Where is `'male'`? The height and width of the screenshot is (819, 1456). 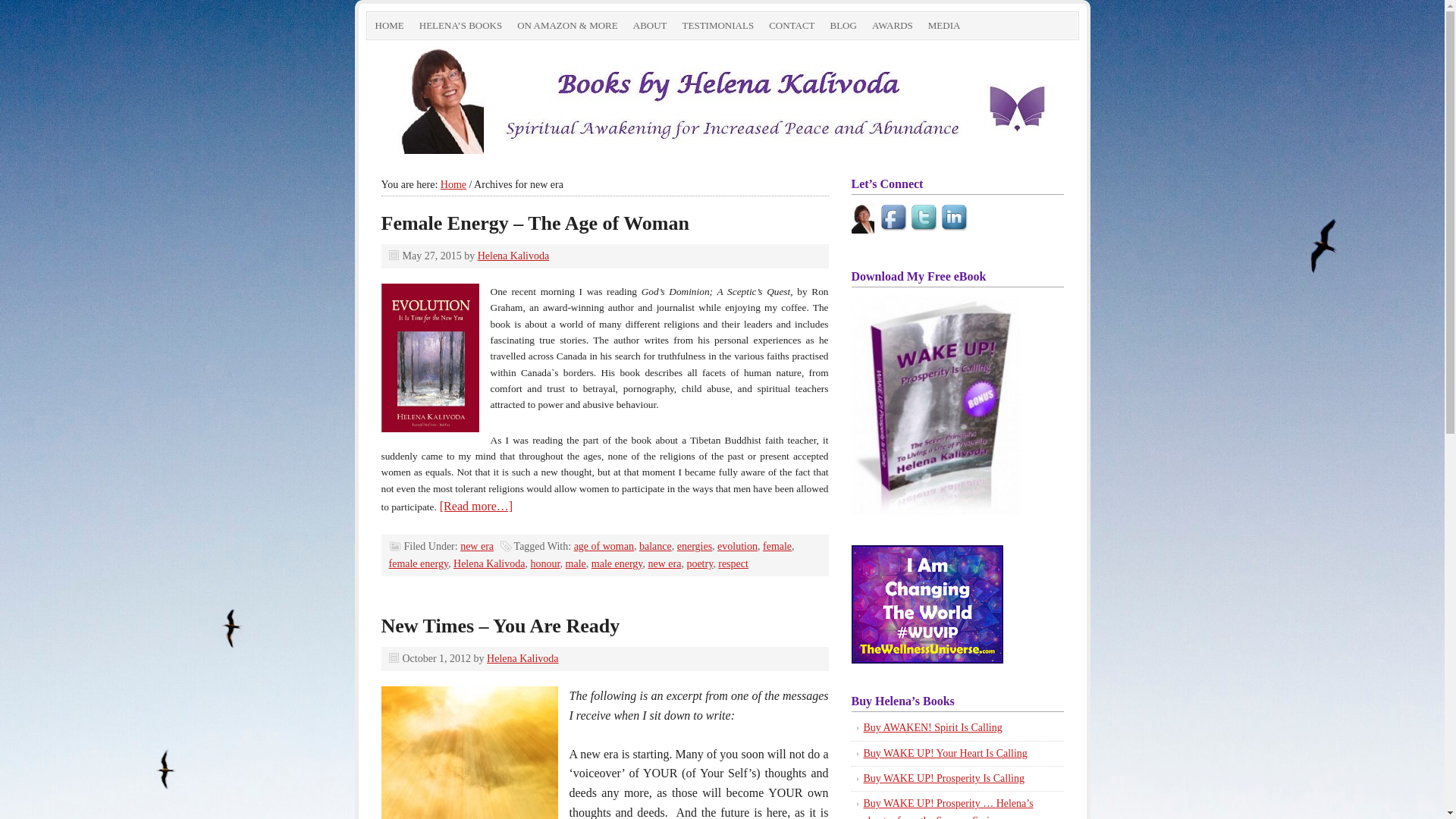
'male' is located at coordinates (575, 563).